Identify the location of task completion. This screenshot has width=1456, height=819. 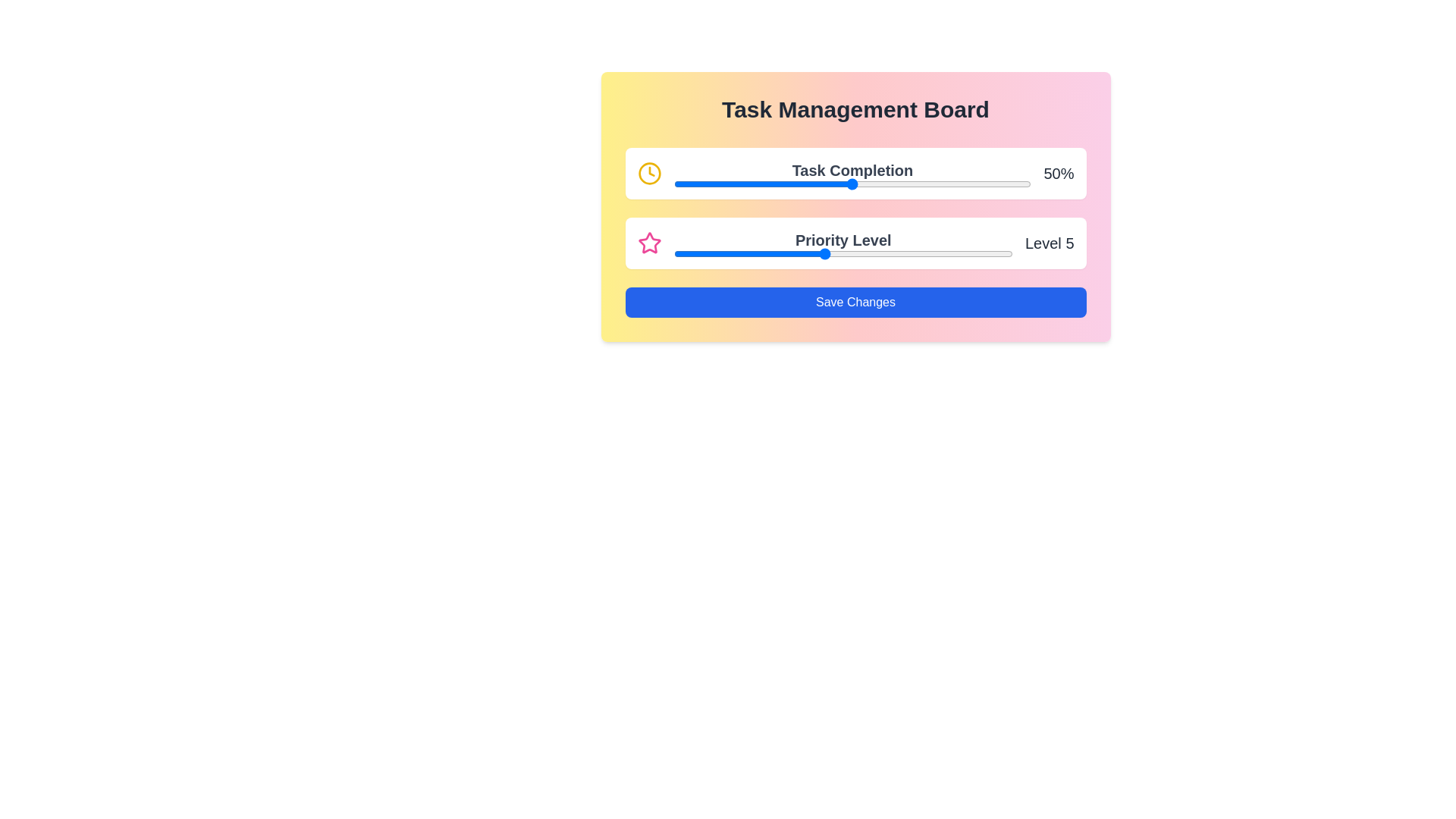
(673, 180).